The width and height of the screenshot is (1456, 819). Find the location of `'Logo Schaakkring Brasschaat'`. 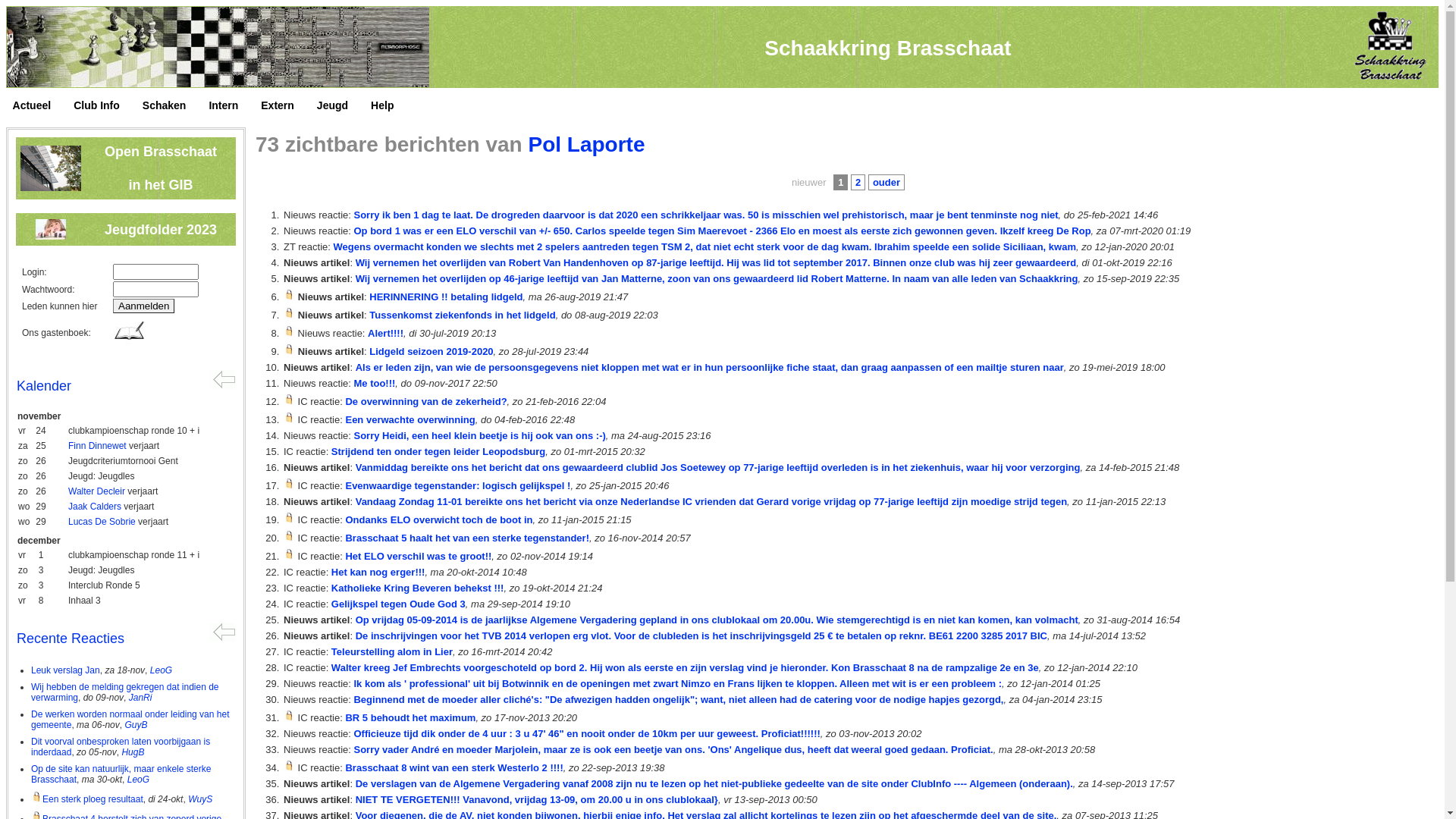

'Logo Schaakkring Brasschaat' is located at coordinates (1388, 45).